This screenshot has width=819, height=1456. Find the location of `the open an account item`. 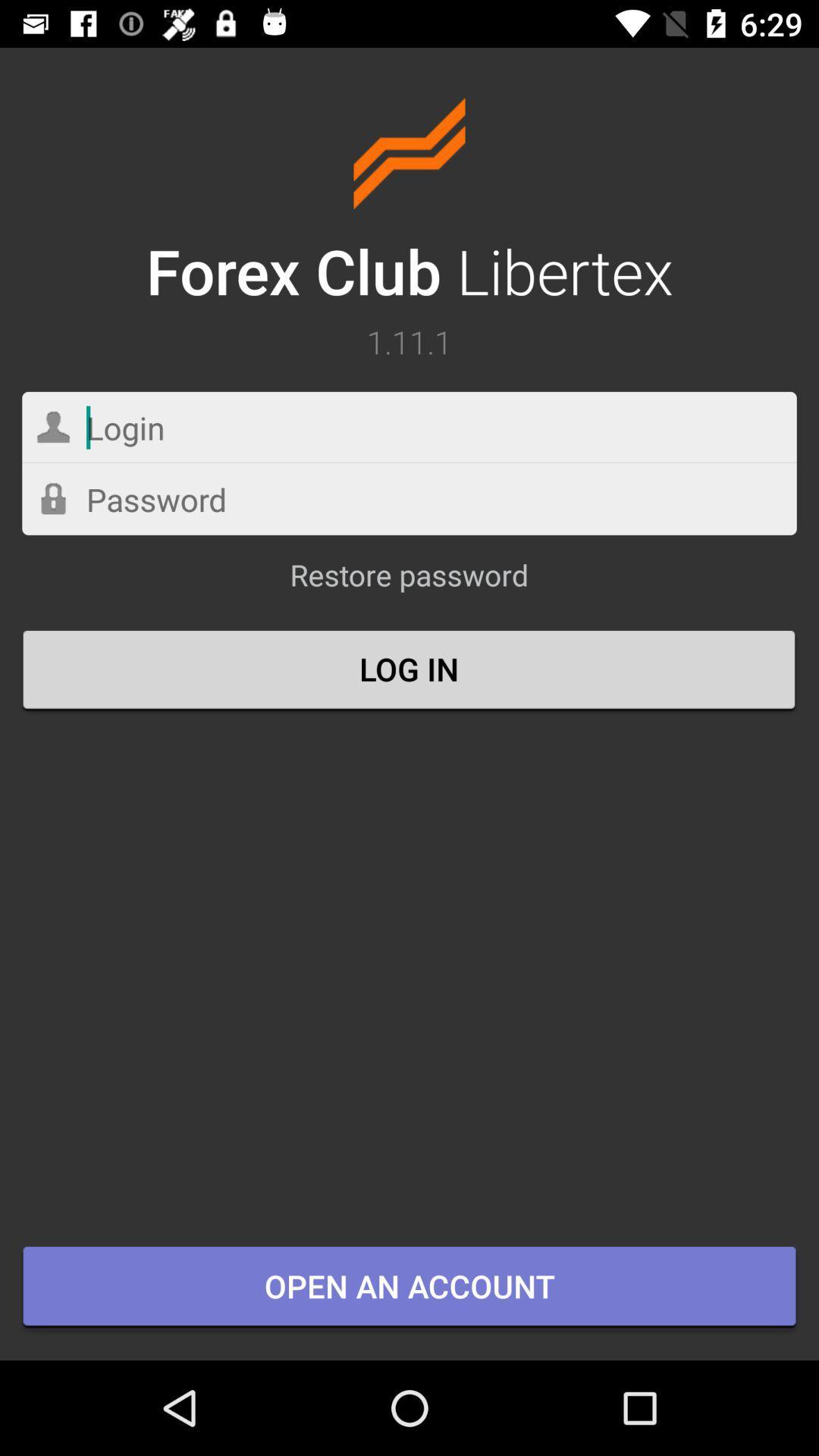

the open an account item is located at coordinates (409, 1287).